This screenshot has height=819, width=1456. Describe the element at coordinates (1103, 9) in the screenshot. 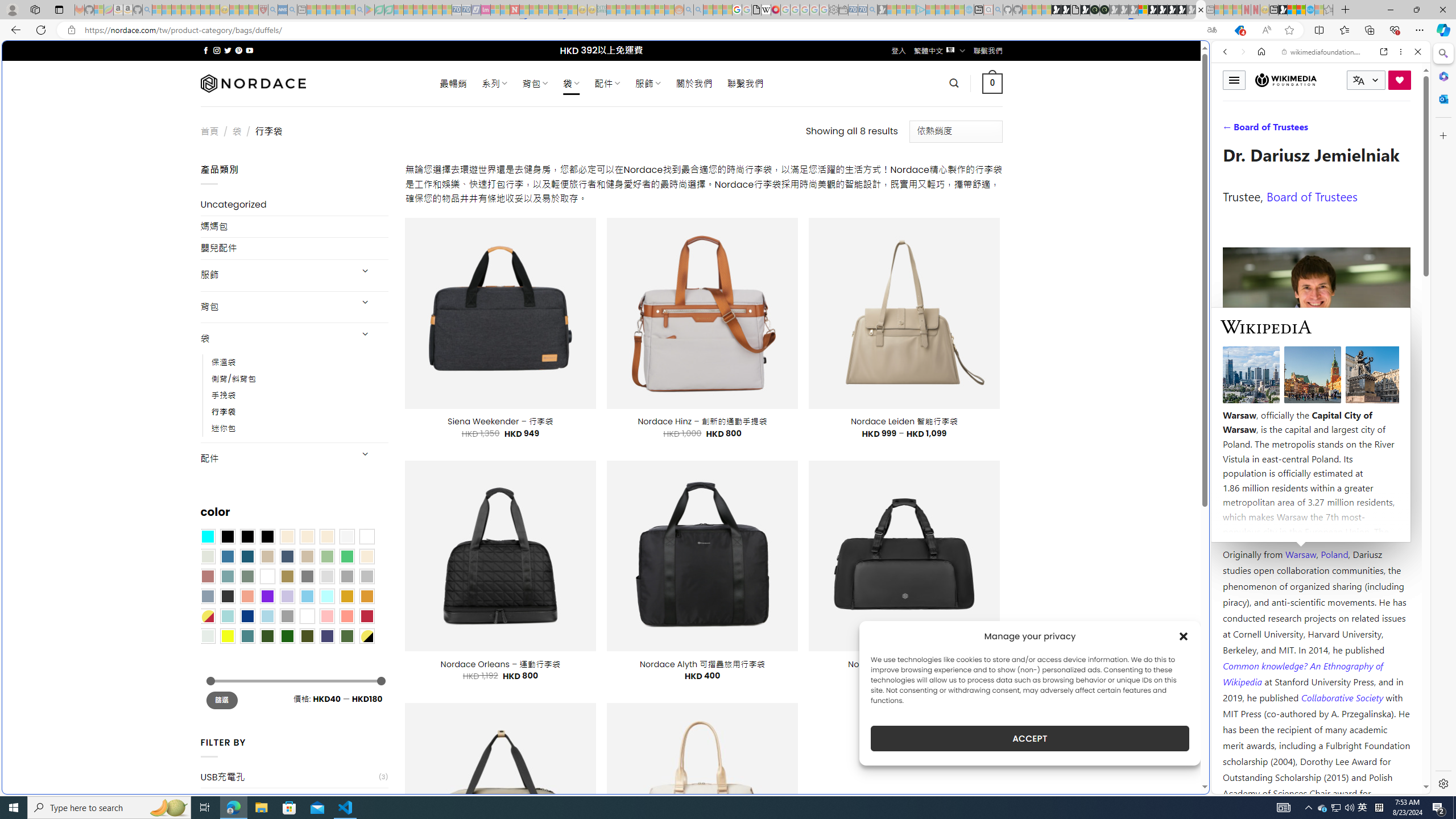

I see `'Future Focus Report 2024'` at that location.